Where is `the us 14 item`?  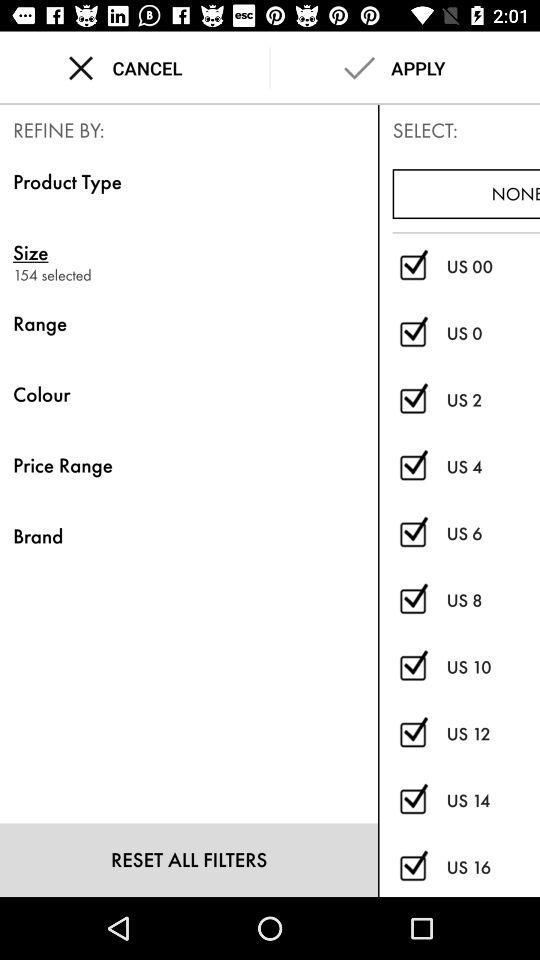 the us 14 item is located at coordinates (492, 801).